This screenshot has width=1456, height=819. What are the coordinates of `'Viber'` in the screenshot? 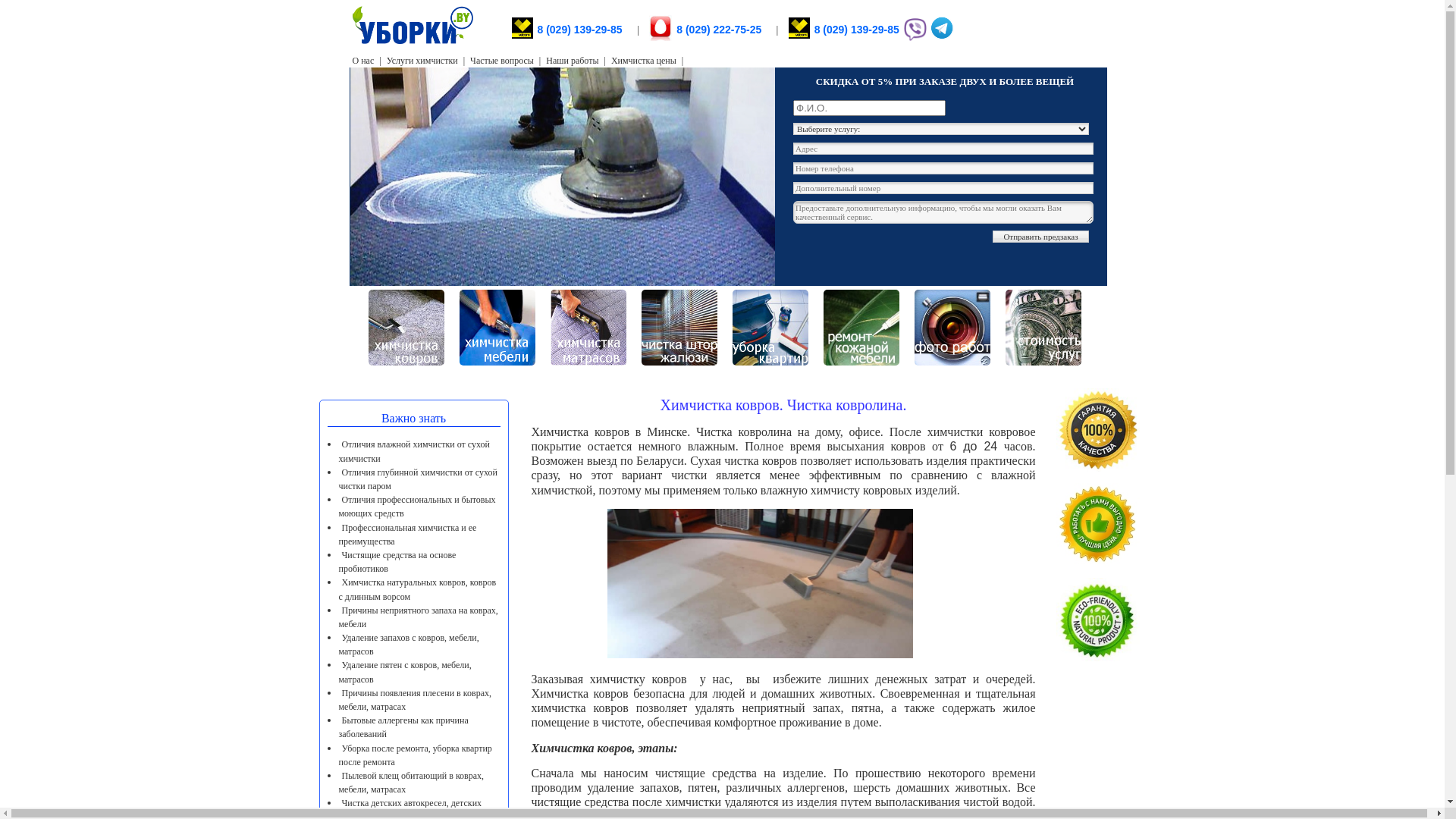 It's located at (903, 37).